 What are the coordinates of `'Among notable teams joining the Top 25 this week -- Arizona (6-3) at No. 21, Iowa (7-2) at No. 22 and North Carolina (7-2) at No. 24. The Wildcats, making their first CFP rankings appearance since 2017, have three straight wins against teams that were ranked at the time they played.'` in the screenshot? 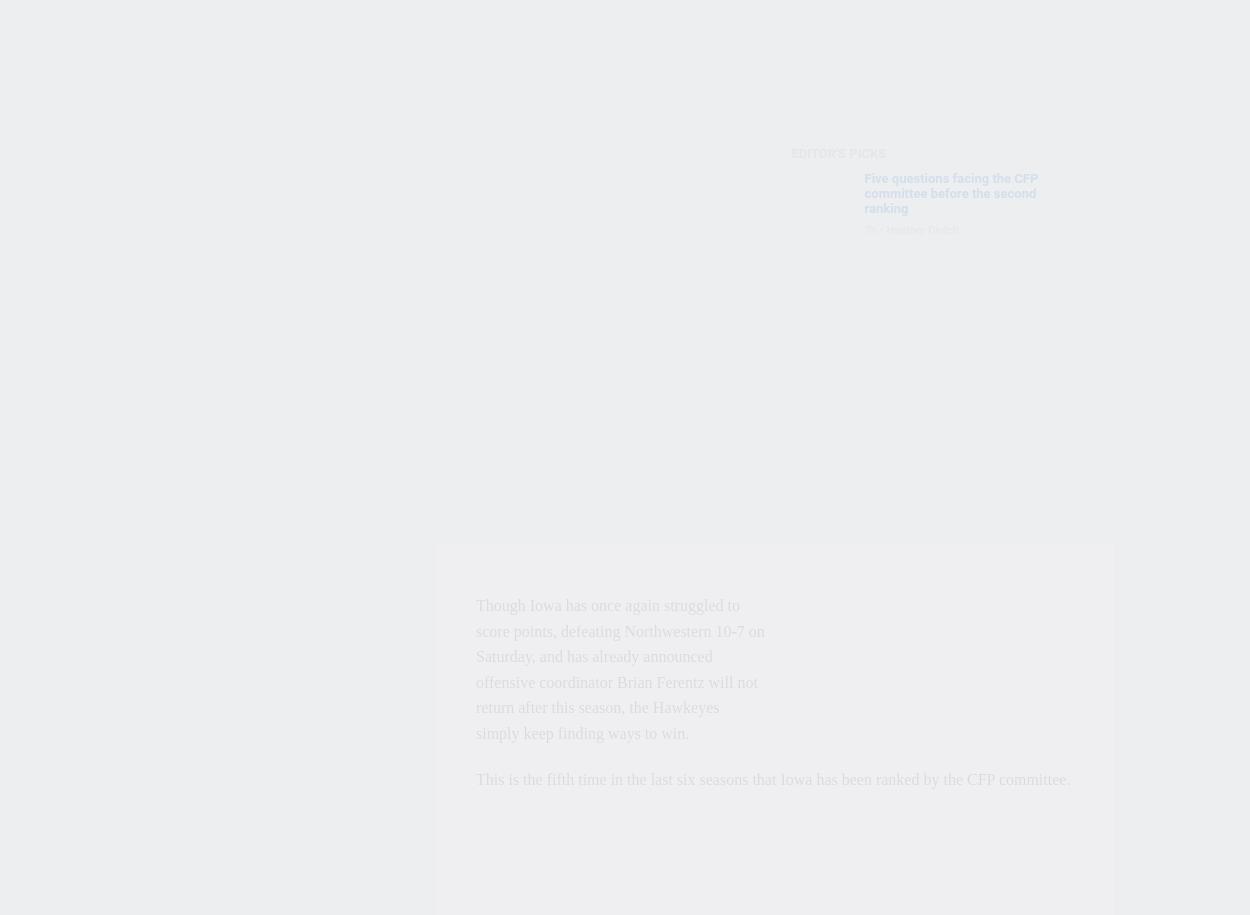 It's located at (618, 481).